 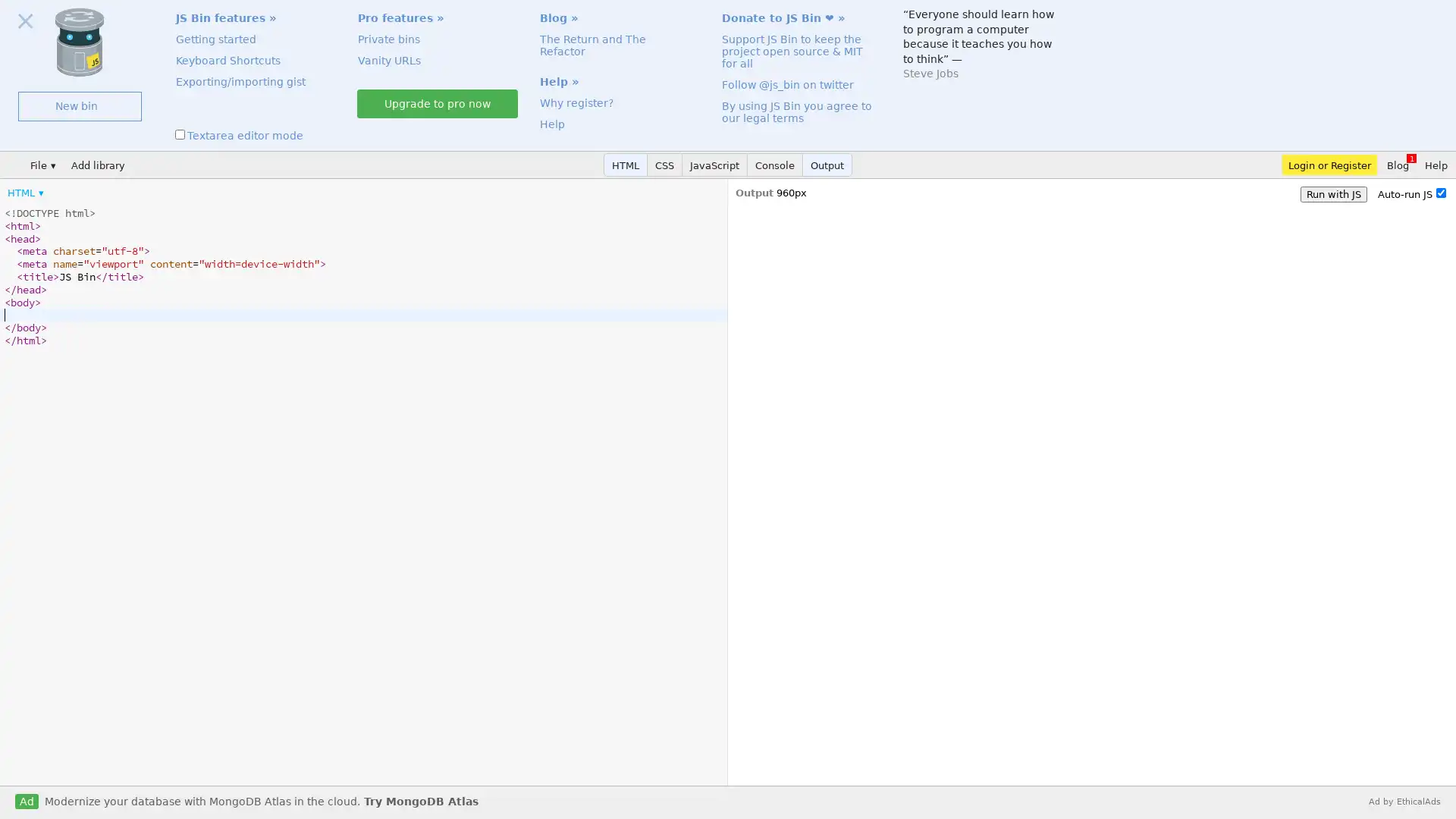 I want to click on JavaScript Panel: Inactive, so click(x=714, y=165).